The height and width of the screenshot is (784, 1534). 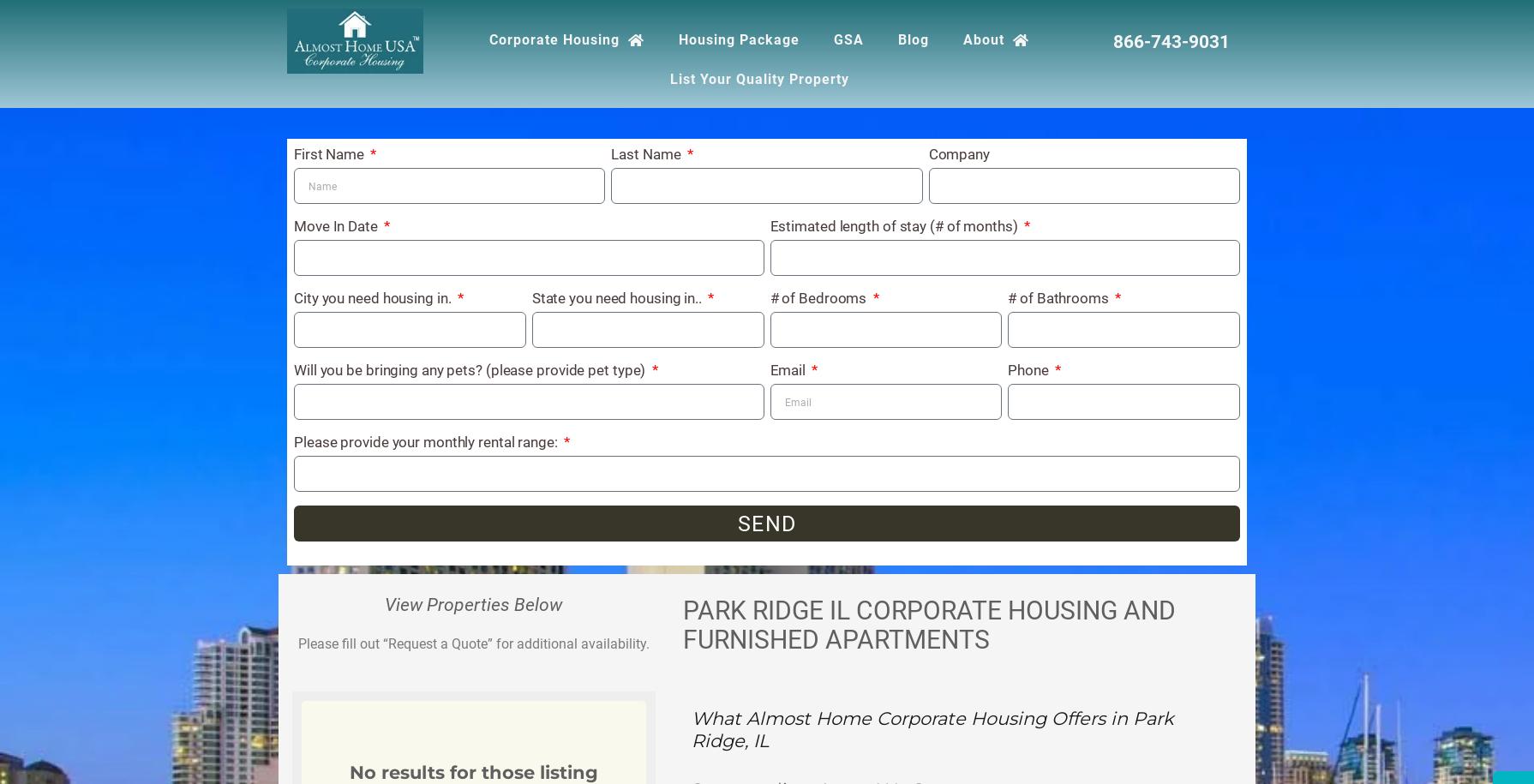 What do you see at coordinates (958, 153) in the screenshot?
I see `'Company'` at bounding box center [958, 153].